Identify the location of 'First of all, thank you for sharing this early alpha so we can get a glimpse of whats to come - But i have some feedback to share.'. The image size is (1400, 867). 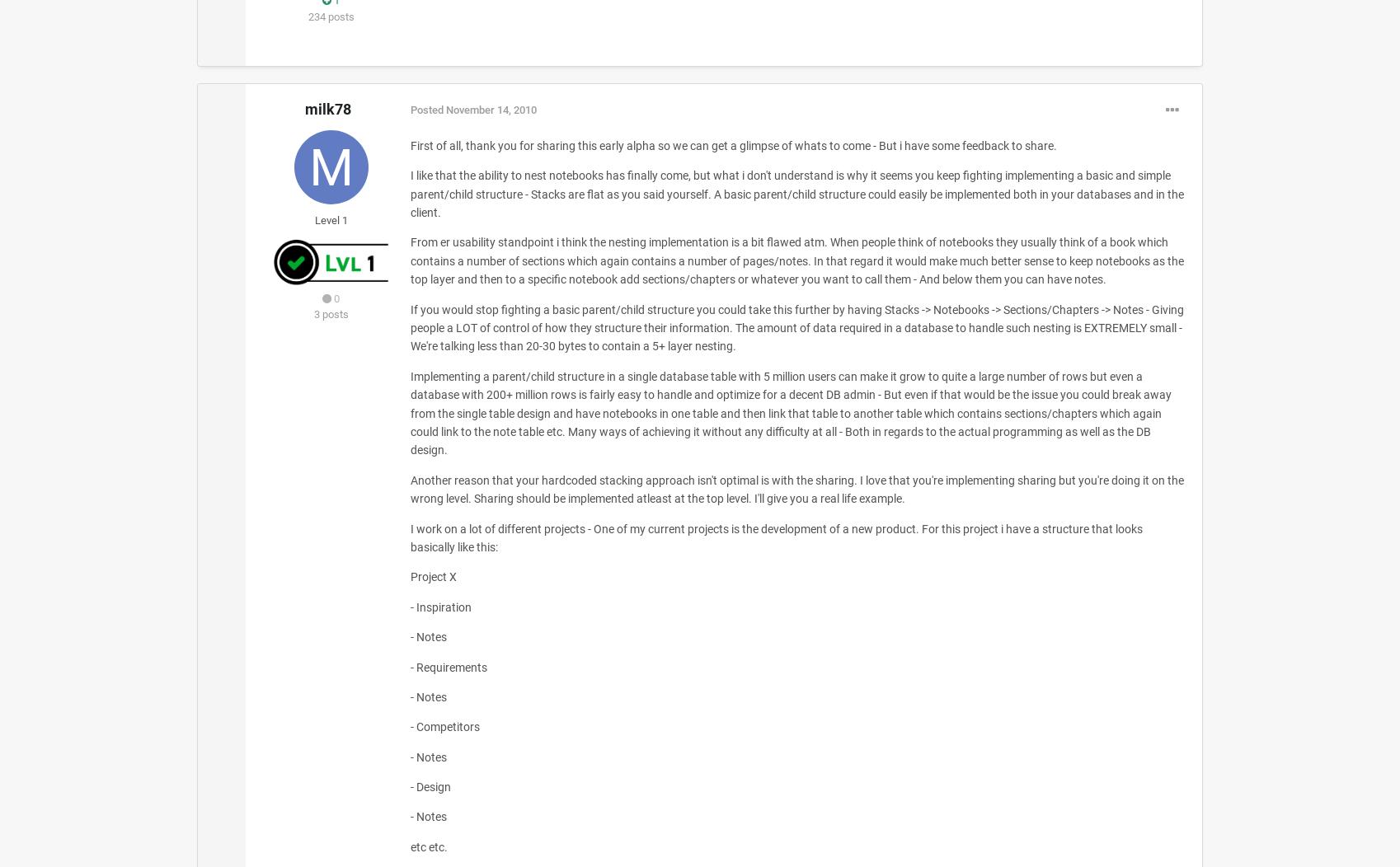
(733, 143).